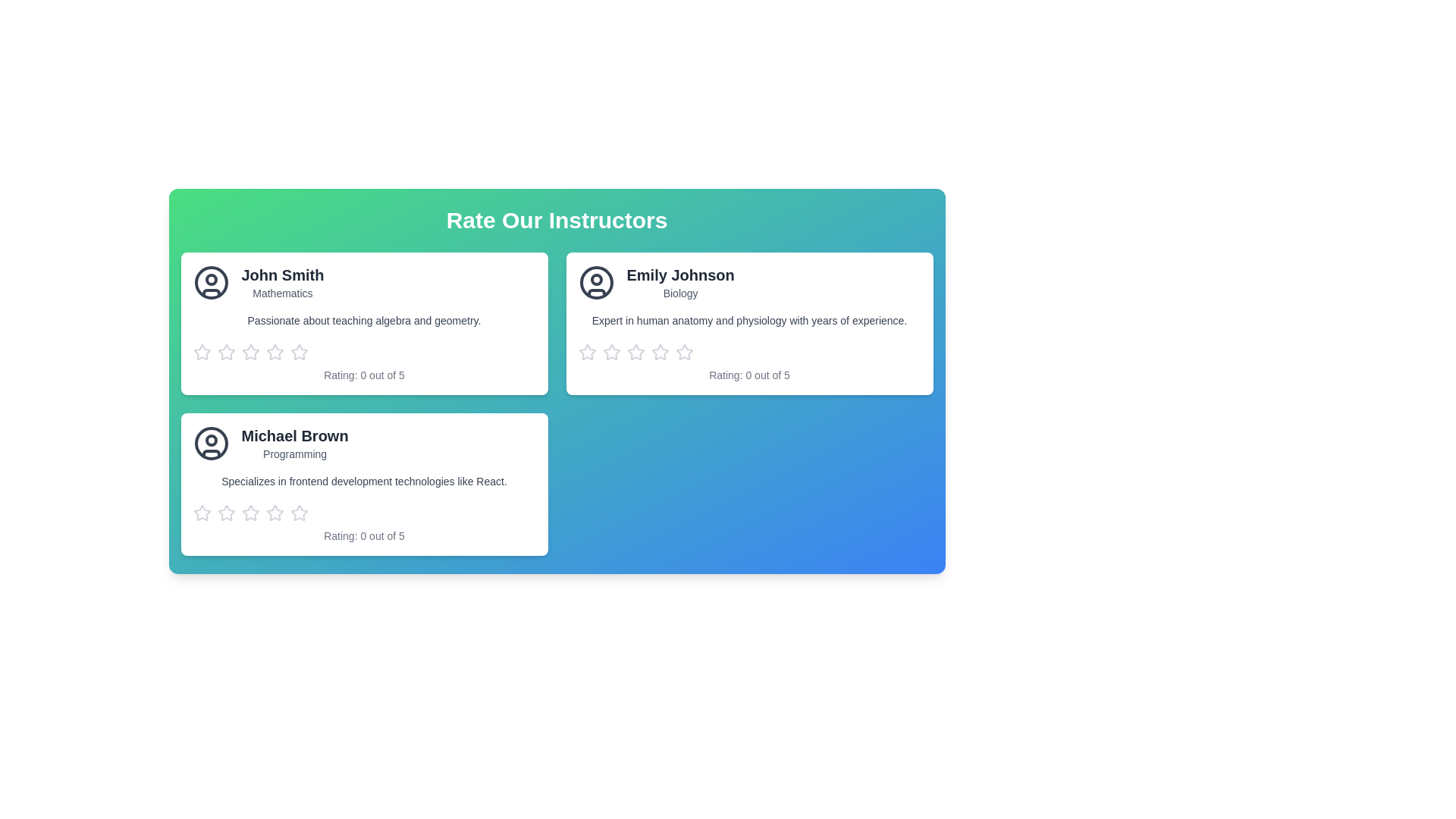 The image size is (1456, 819). Describe the element at coordinates (274, 512) in the screenshot. I see `the second star icon in the rating bar` at that location.